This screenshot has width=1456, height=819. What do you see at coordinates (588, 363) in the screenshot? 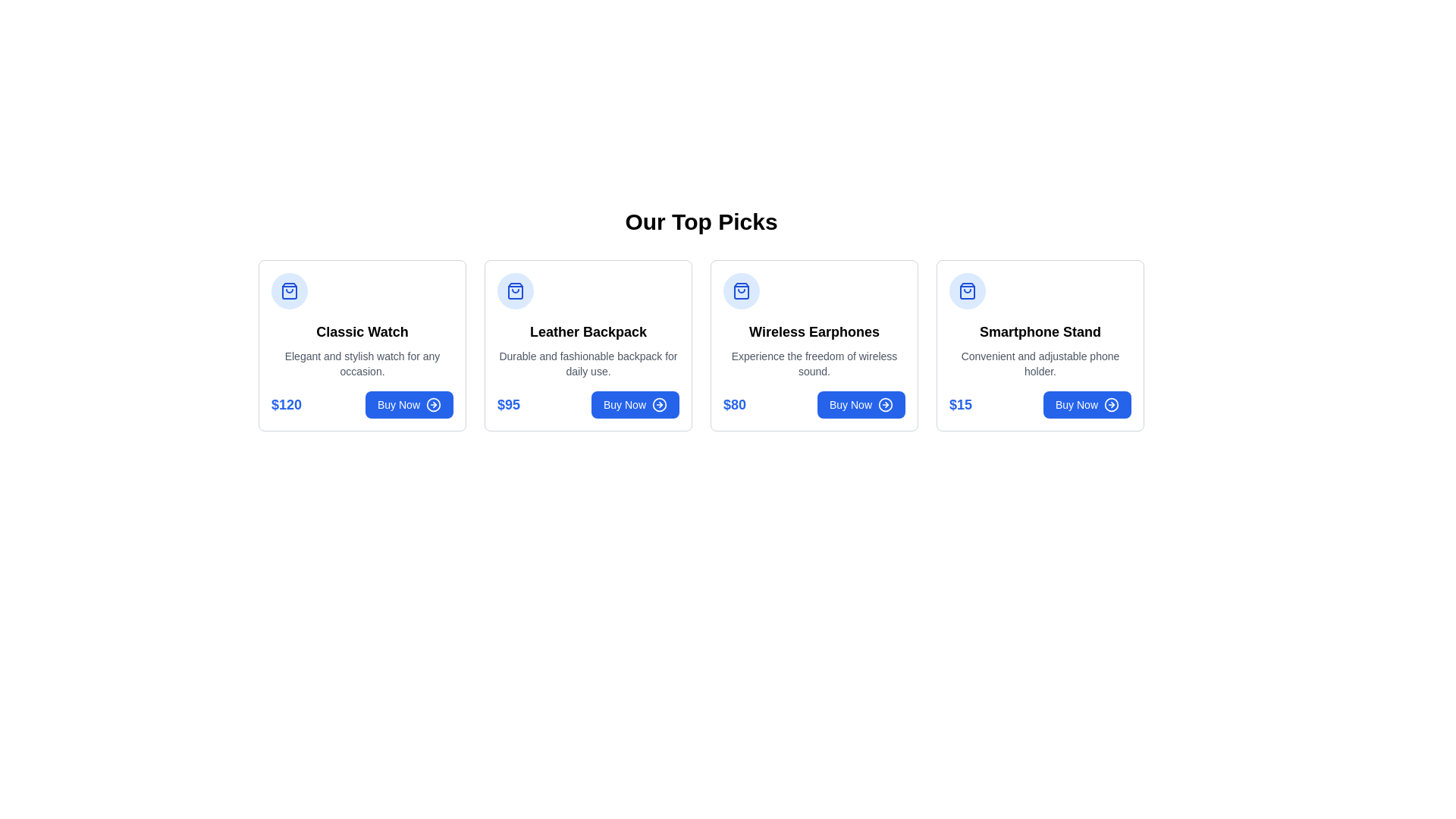
I see `text content displayed in the textual element showing 'Durable and fashionable backpack for daily use.' located below the title 'Leather Backpack' and above the price section` at bounding box center [588, 363].